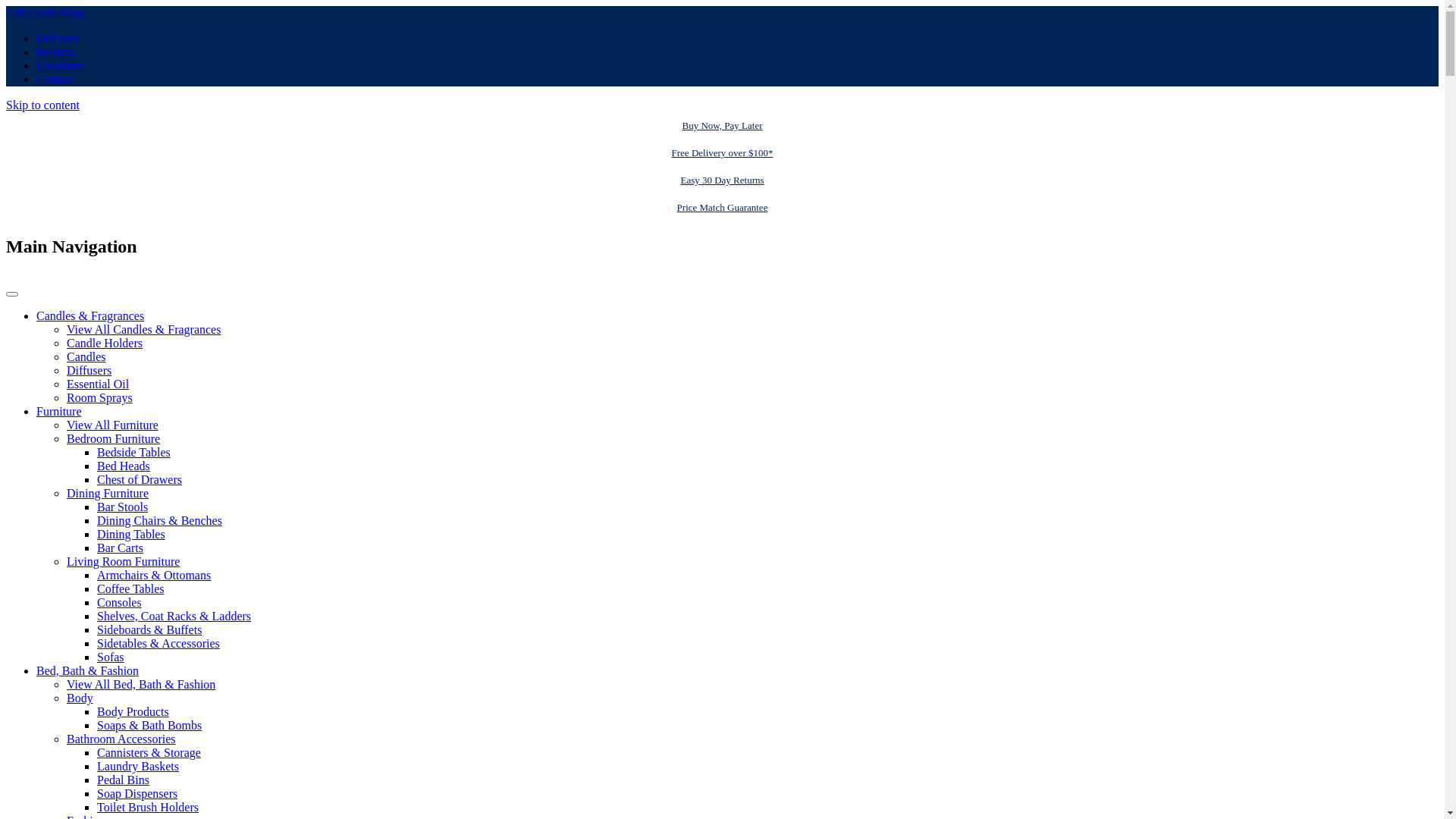 The image size is (1456, 819). Describe the element at coordinates (65, 397) in the screenshot. I see `'Room Sprays'` at that location.